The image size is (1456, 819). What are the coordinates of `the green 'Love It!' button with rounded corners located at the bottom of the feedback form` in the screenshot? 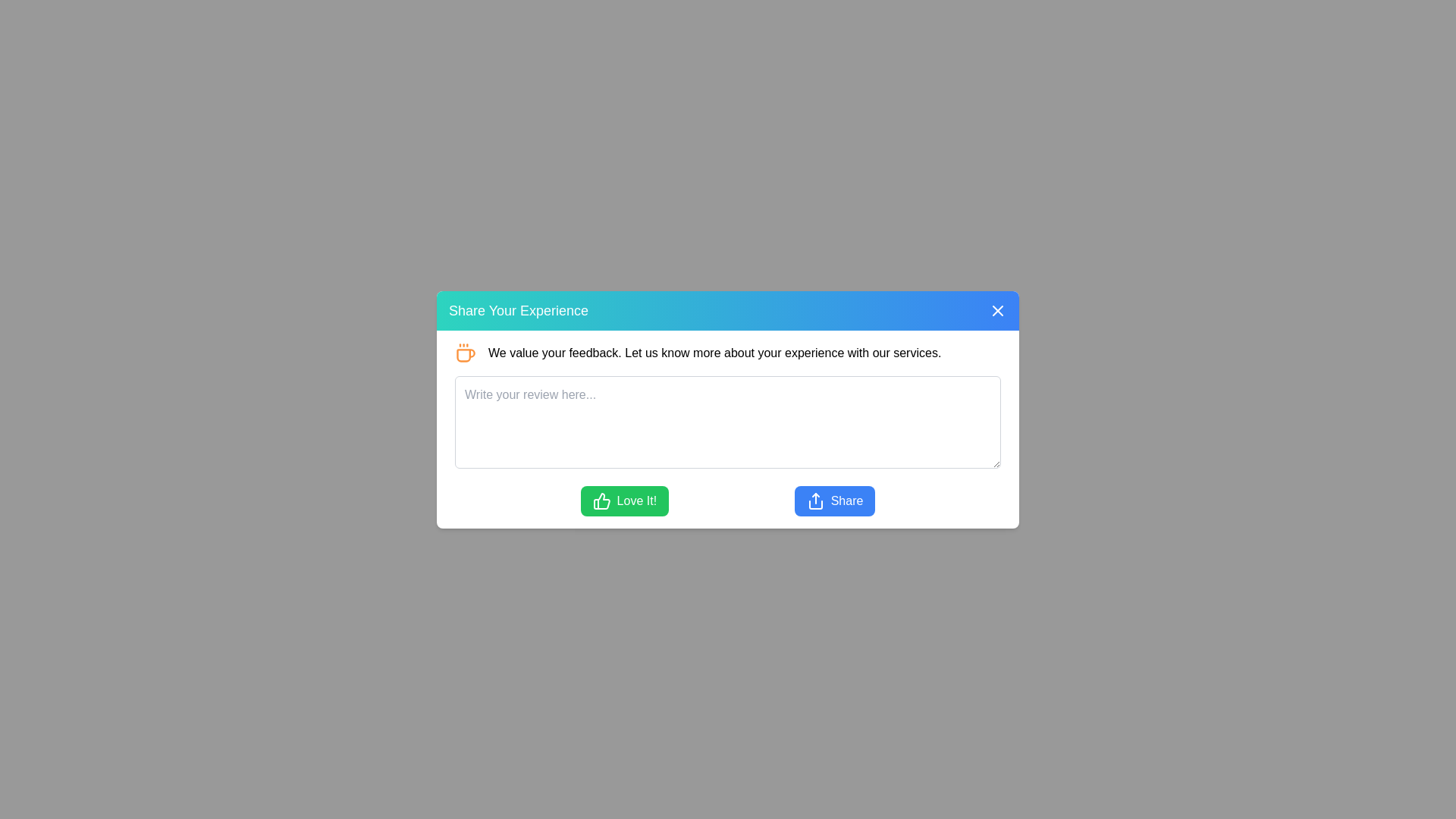 It's located at (624, 500).